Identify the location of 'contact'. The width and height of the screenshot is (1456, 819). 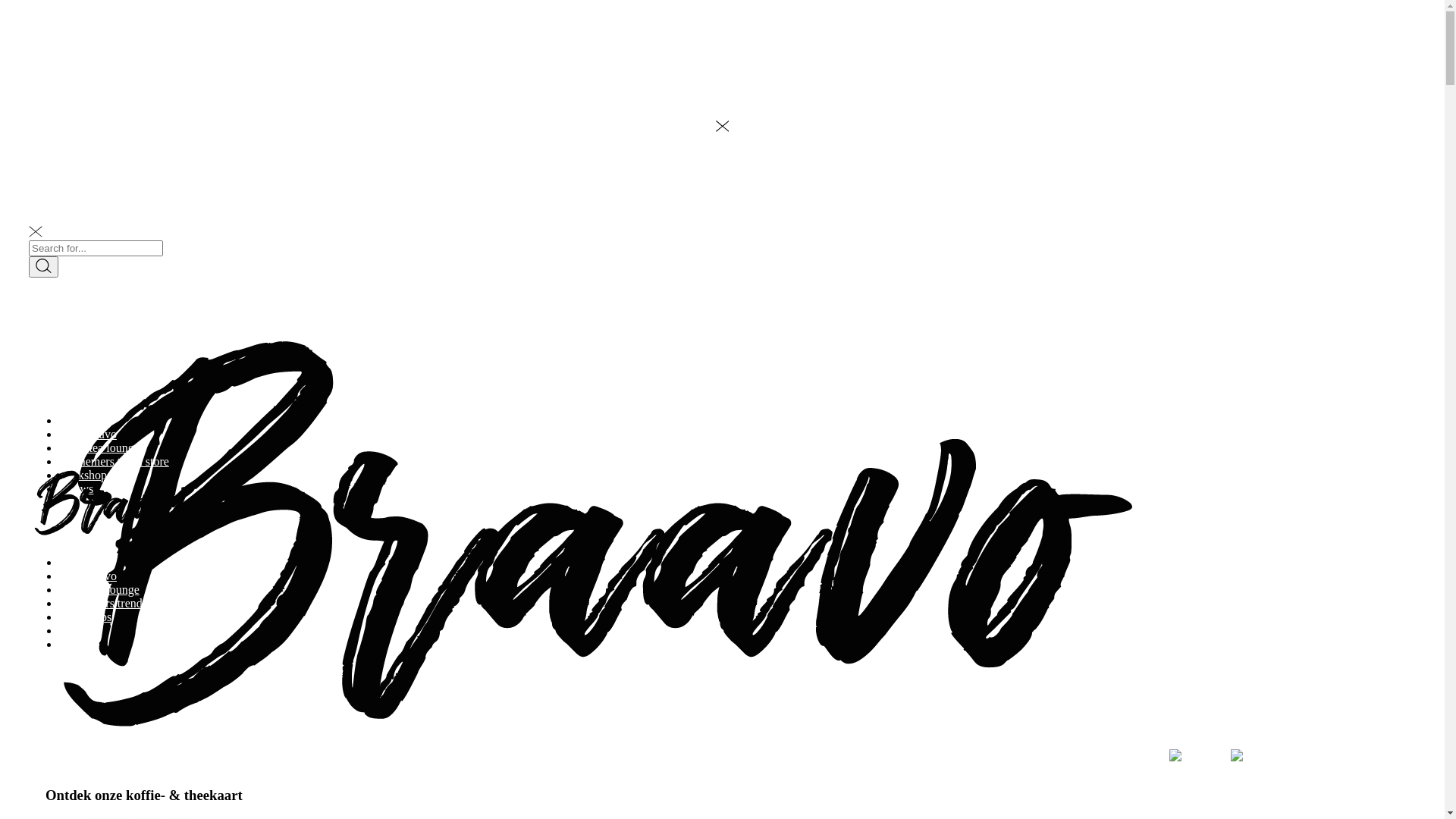
(58, 644).